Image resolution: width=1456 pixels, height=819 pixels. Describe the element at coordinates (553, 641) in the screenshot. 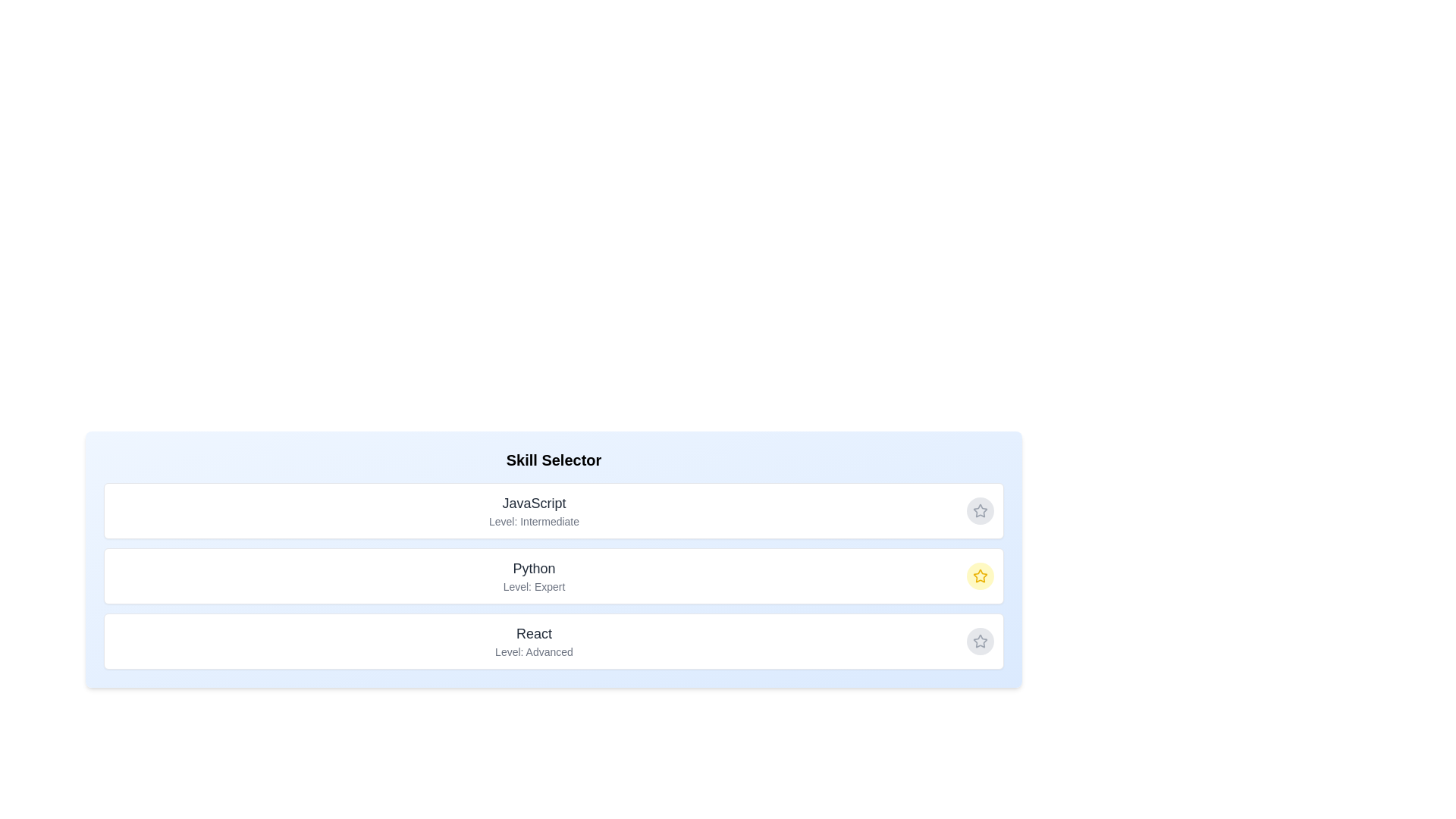

I see `the skill item React to inspect its hover effects` at that location.